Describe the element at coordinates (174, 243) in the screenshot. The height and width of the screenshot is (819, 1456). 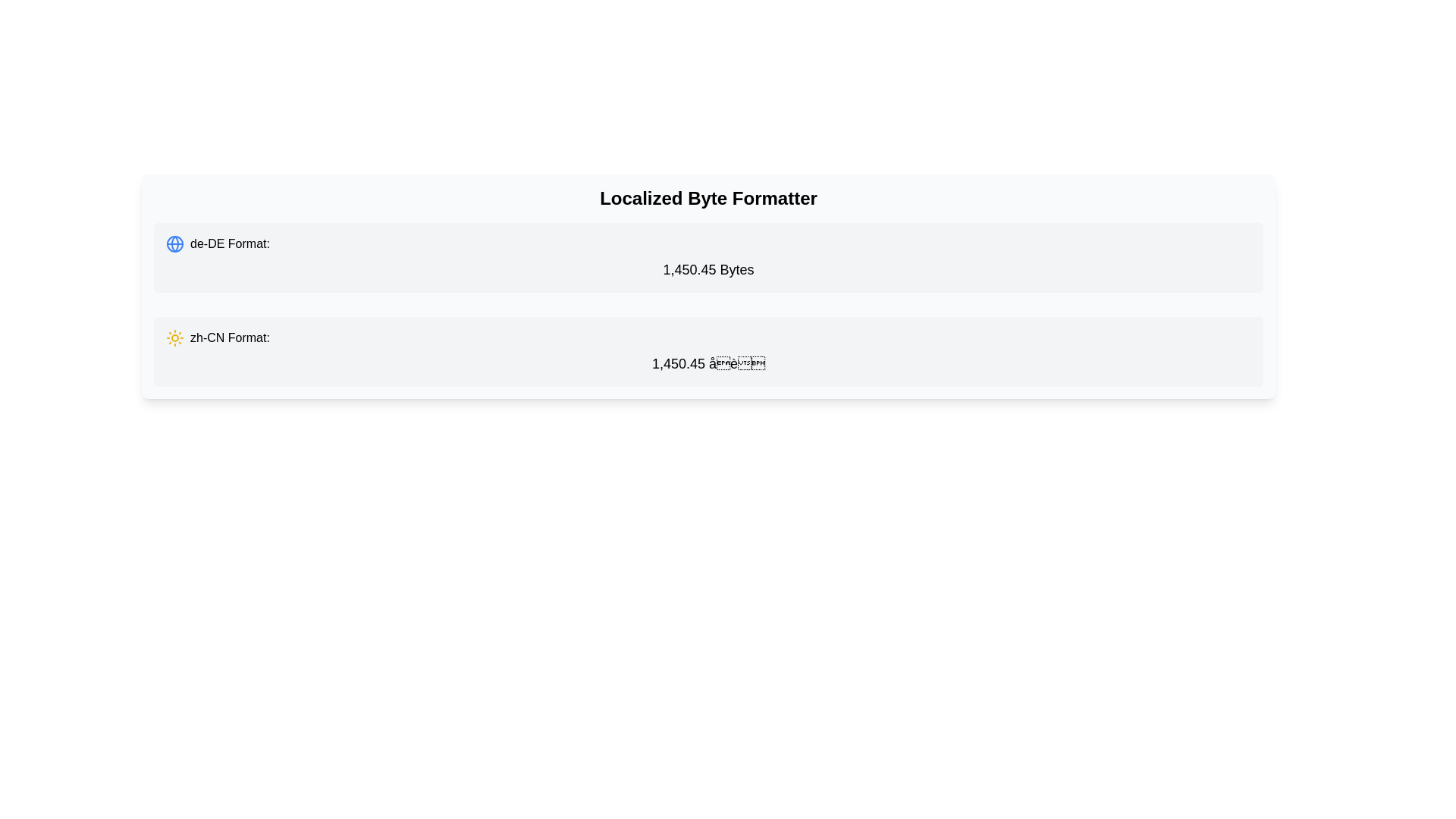
I see `the blue globe icon that is positioned to the left of the text 'de-DE Format'` at that location.